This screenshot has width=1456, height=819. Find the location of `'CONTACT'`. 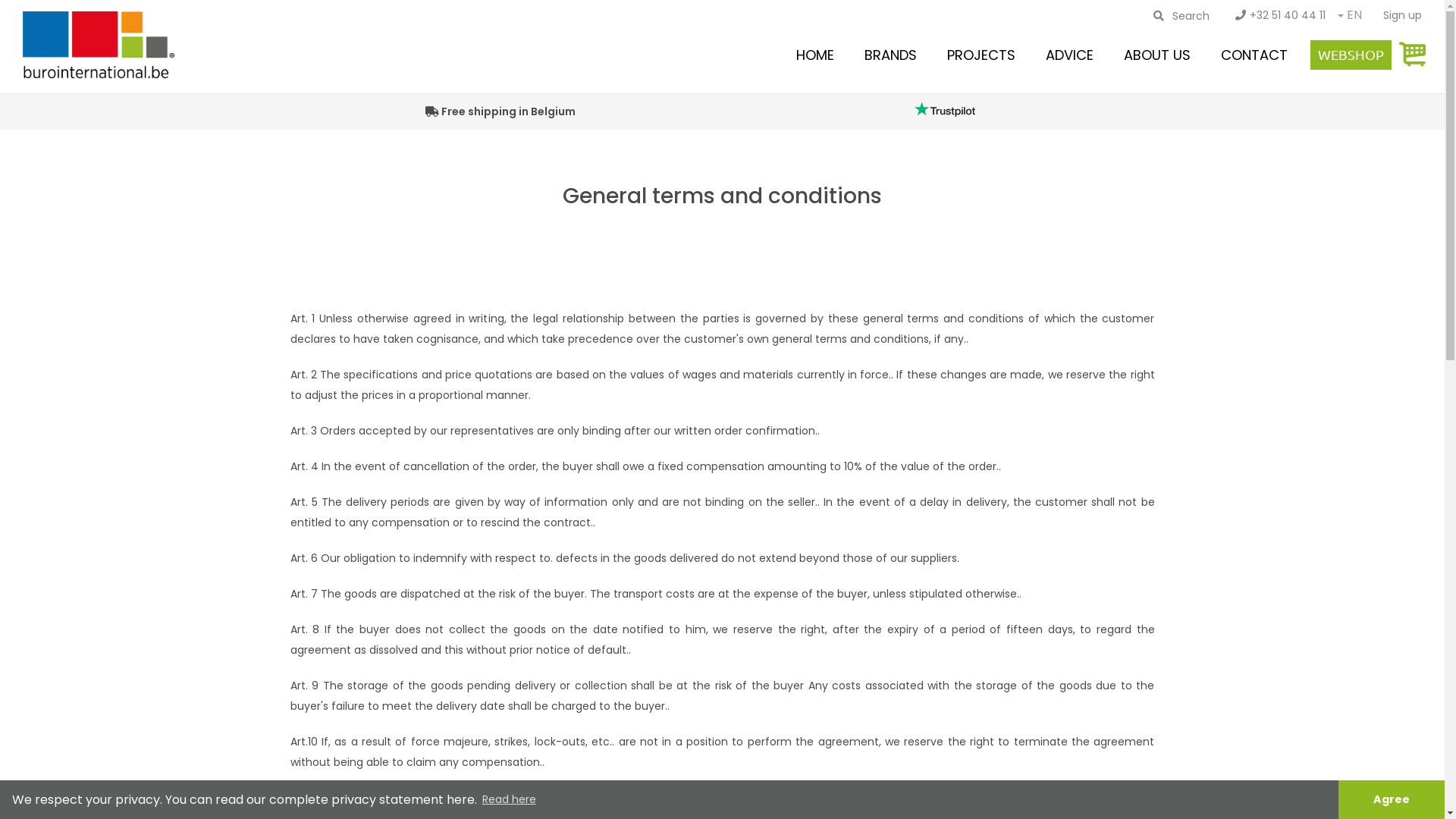

'CONTACT' is located at coordinates (1212, 54).